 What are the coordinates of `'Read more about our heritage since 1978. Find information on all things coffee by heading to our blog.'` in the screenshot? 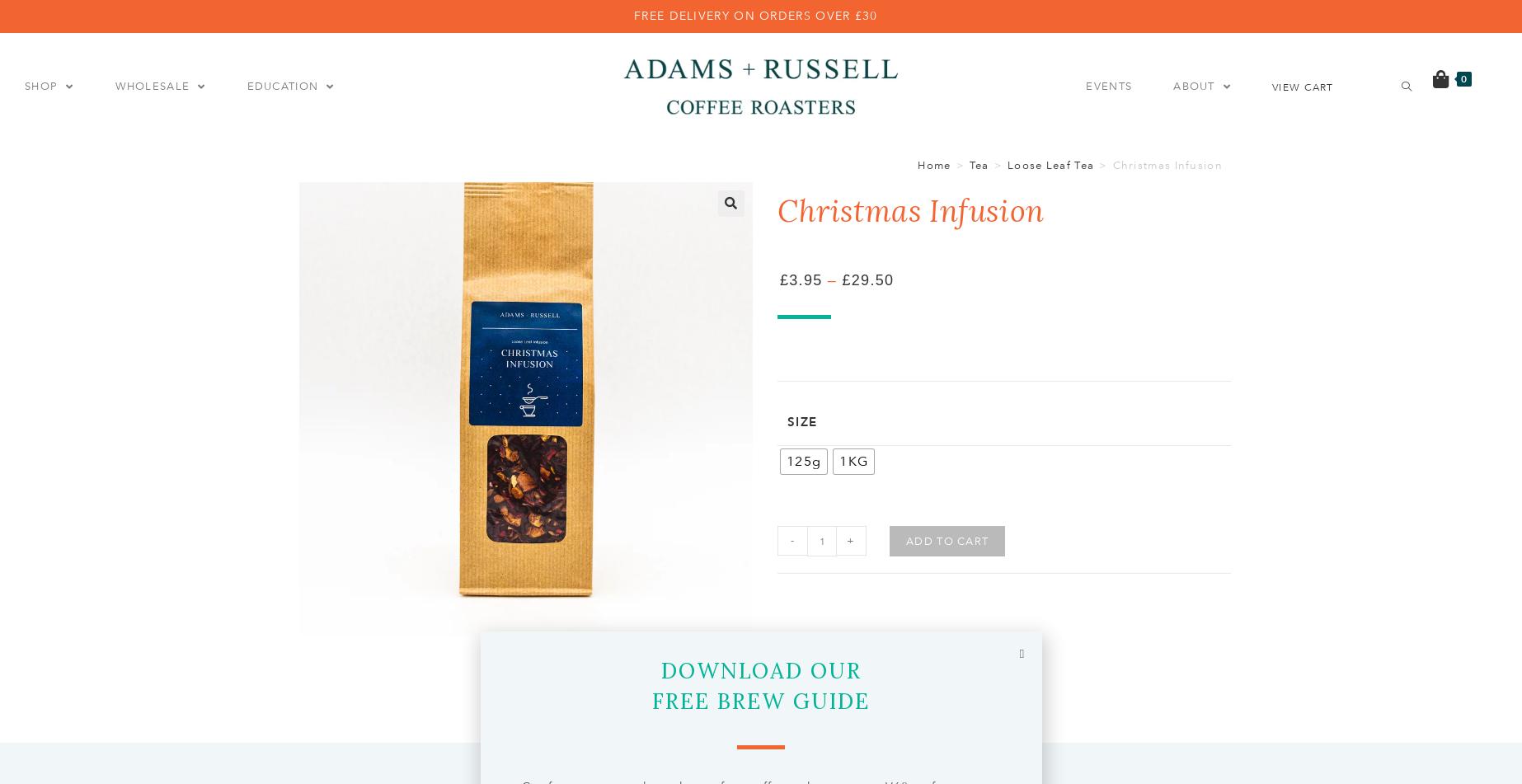 It's located at (1345, 166).